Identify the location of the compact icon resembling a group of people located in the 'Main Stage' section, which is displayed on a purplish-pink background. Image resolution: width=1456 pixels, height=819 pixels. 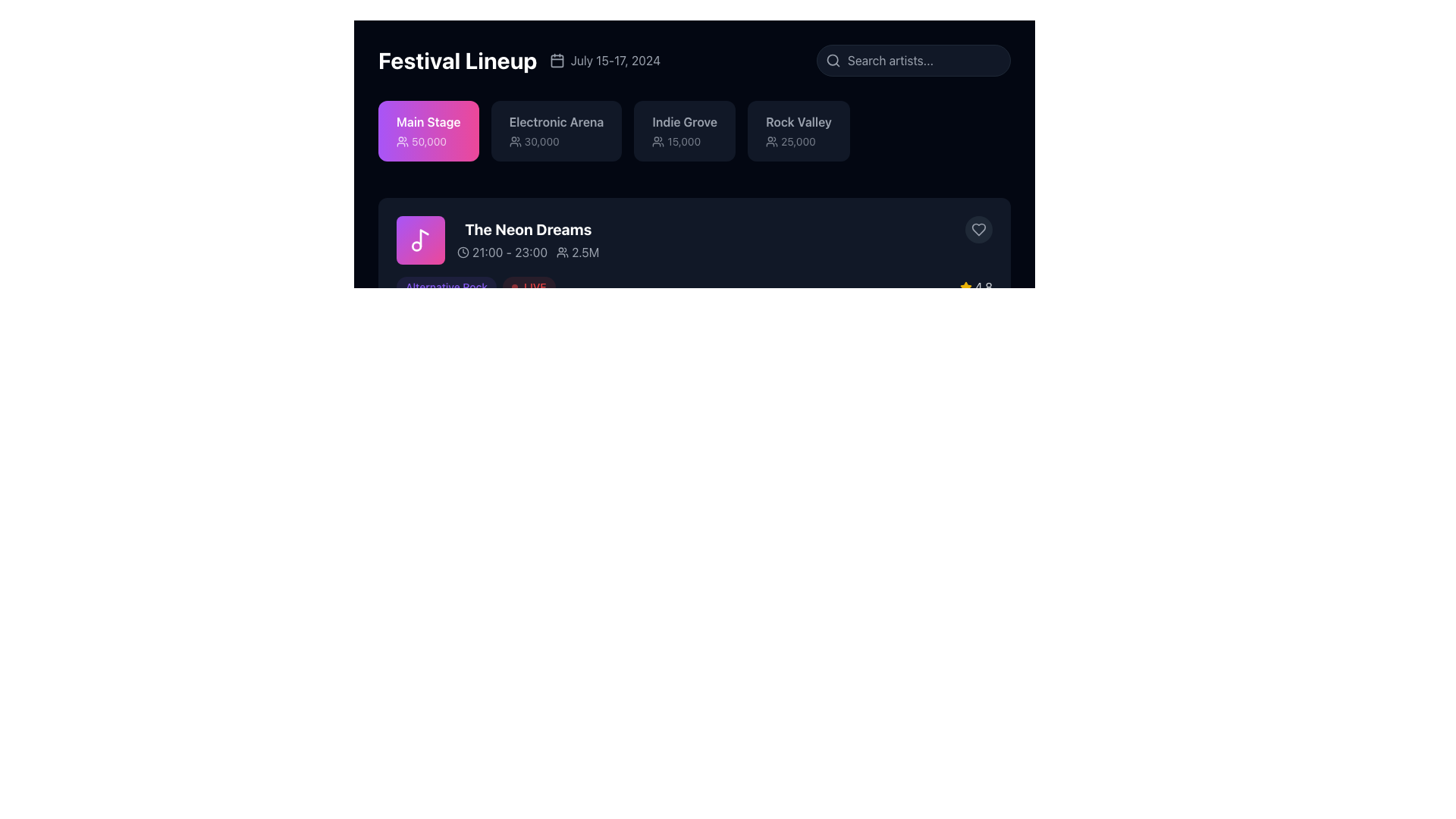
(403, 141).